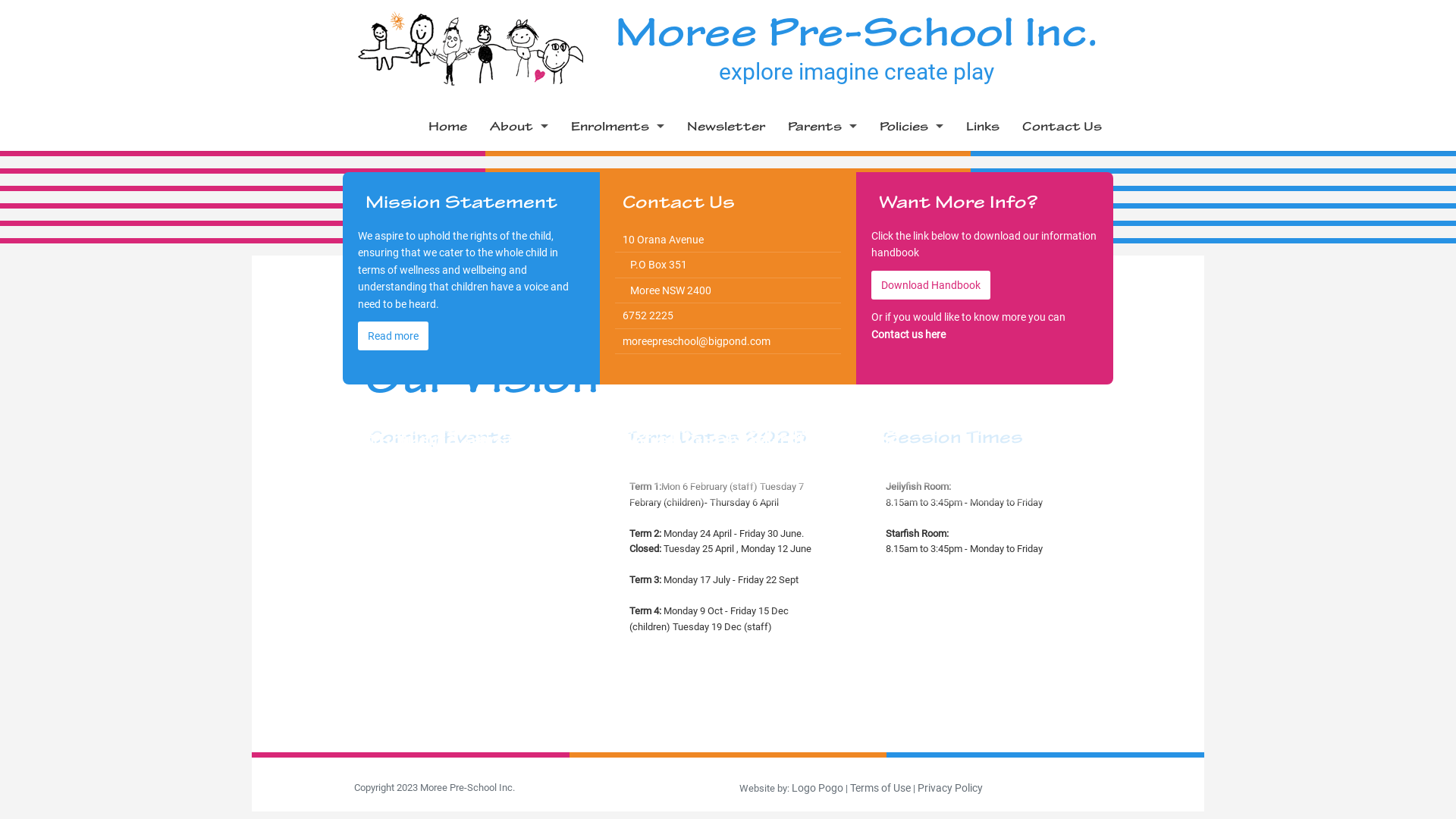 This screenshot has height=819, width=1456. Describe the element at coordinates (519, 125) in the screenshot. I see `'About'` at that location.